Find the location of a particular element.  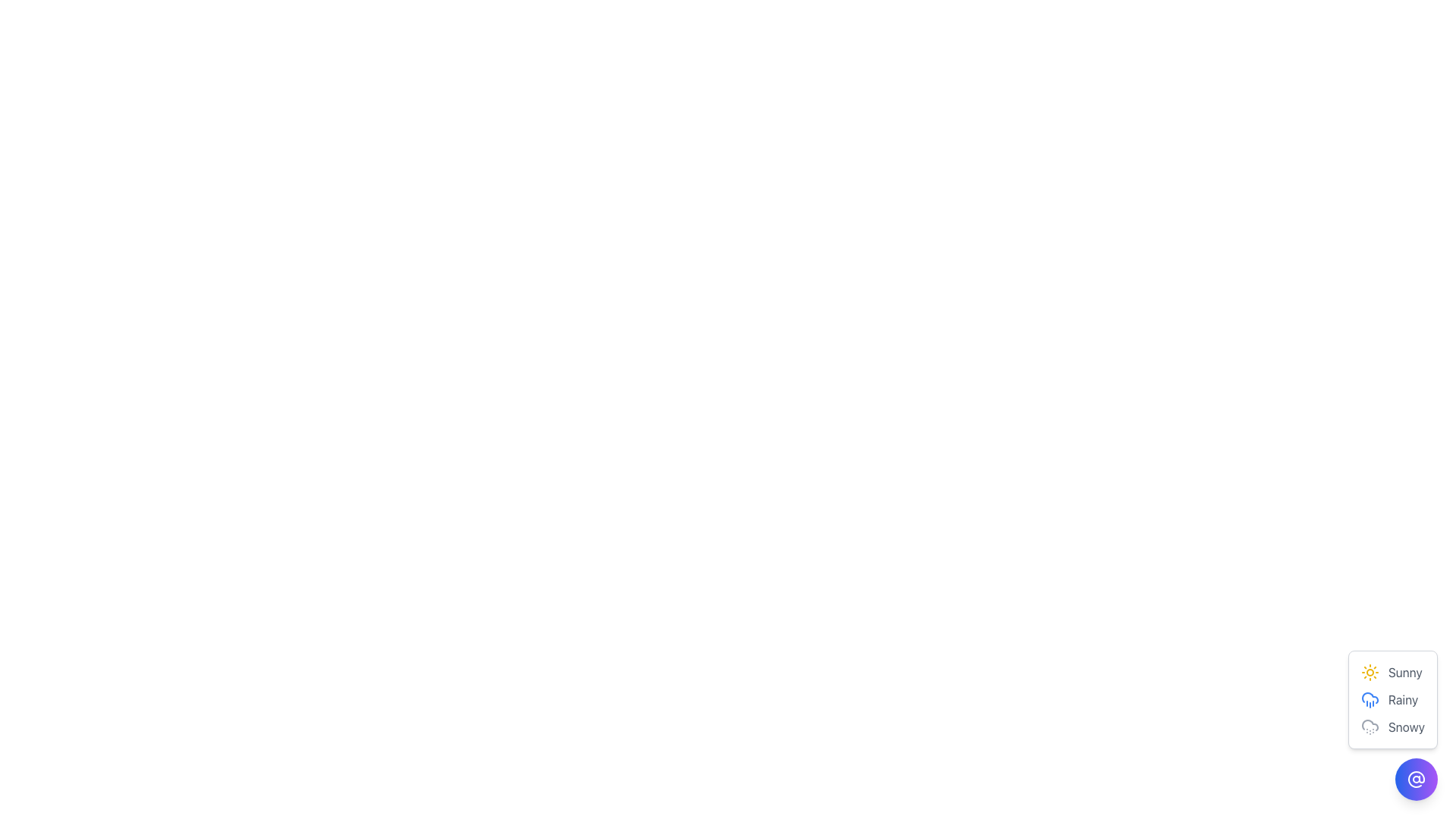

the 'Snowy' weather condition icon located at the bottom right of the weather widget, which is the third item in the vertical stack of weather icons is located at coordinates (1370, 726).